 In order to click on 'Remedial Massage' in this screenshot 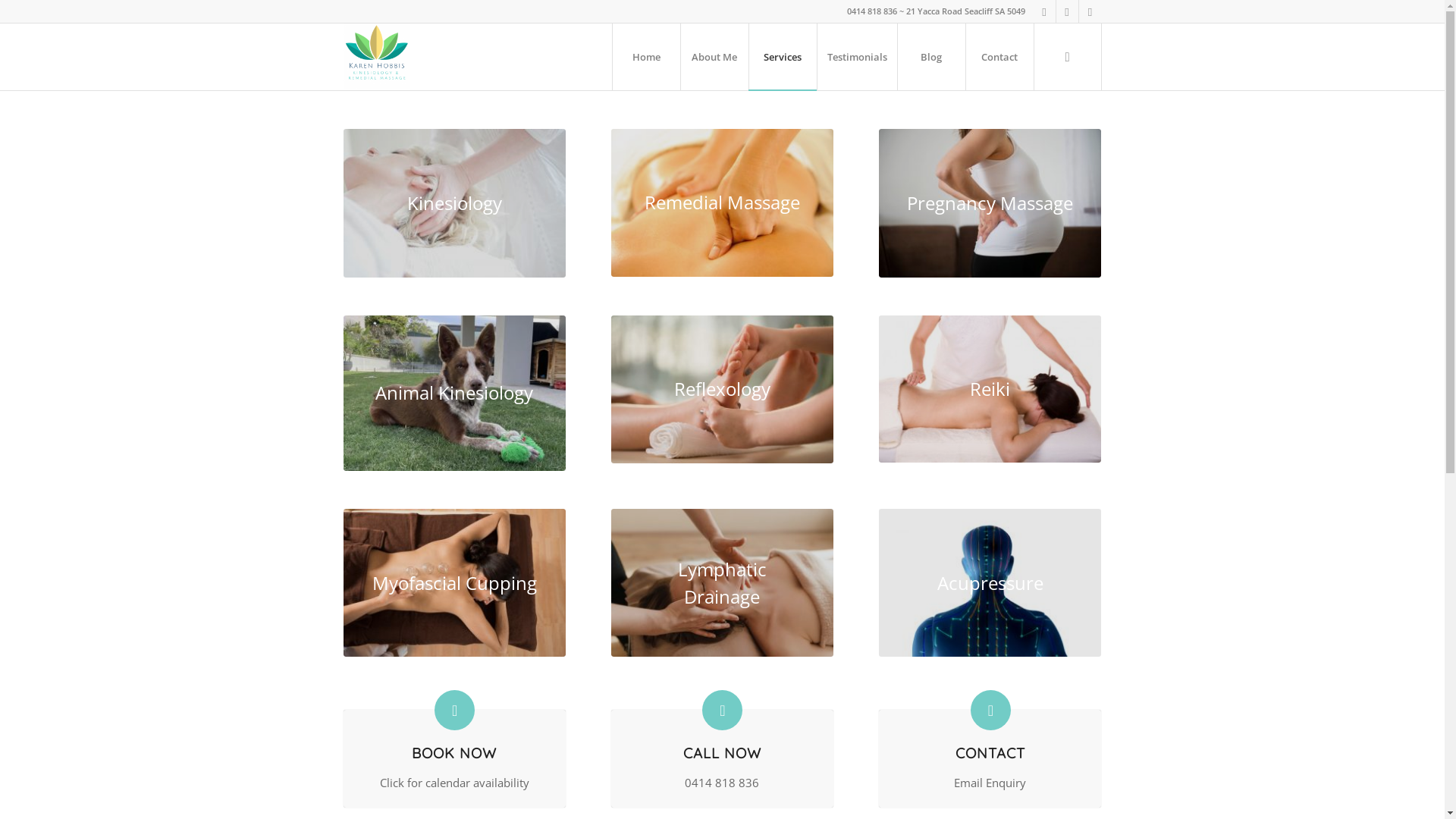, I will do `click(721, 202)`.